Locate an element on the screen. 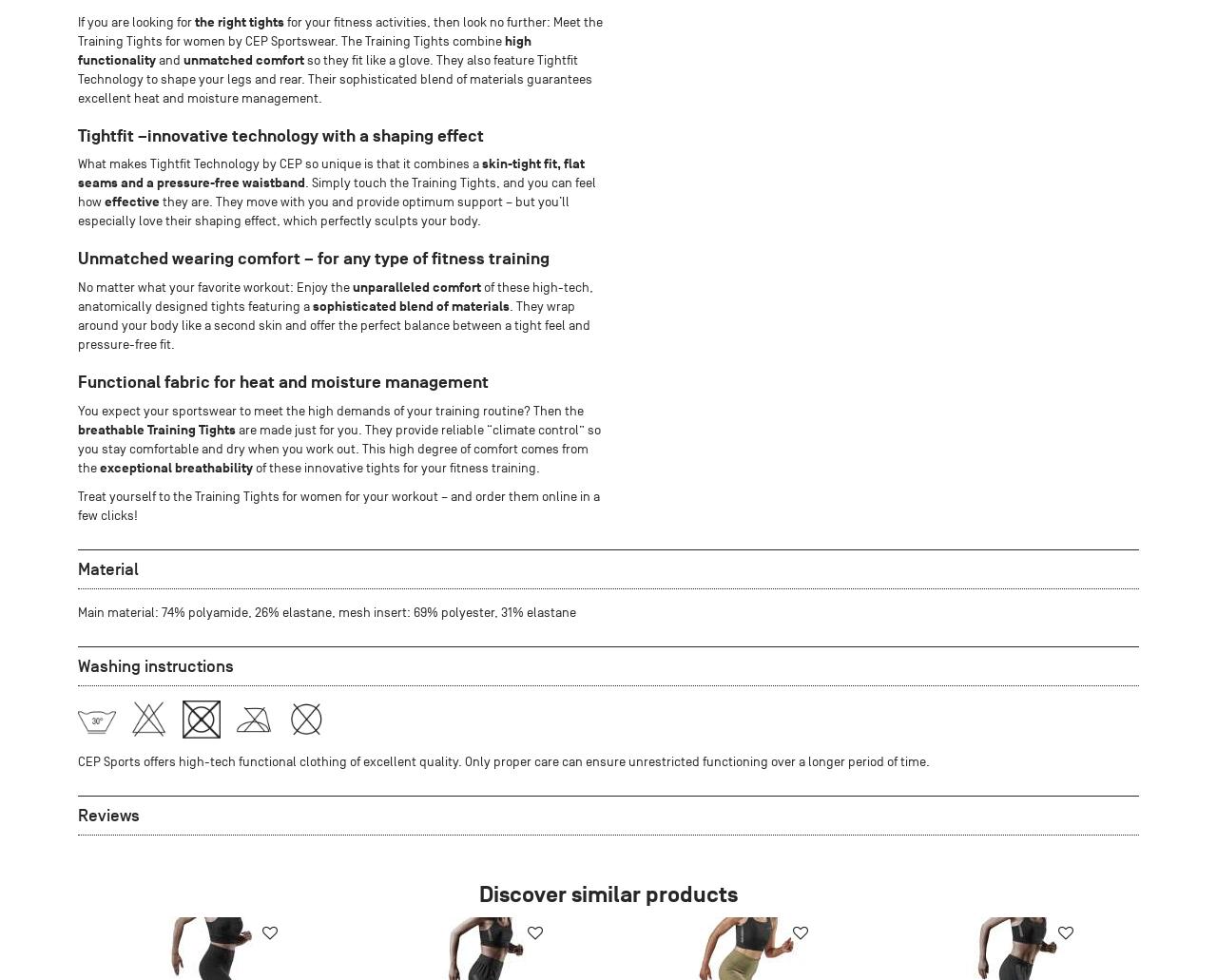  '. Simply touch the Training Tights, and you can feel how' is located at coordinates (337, 191).